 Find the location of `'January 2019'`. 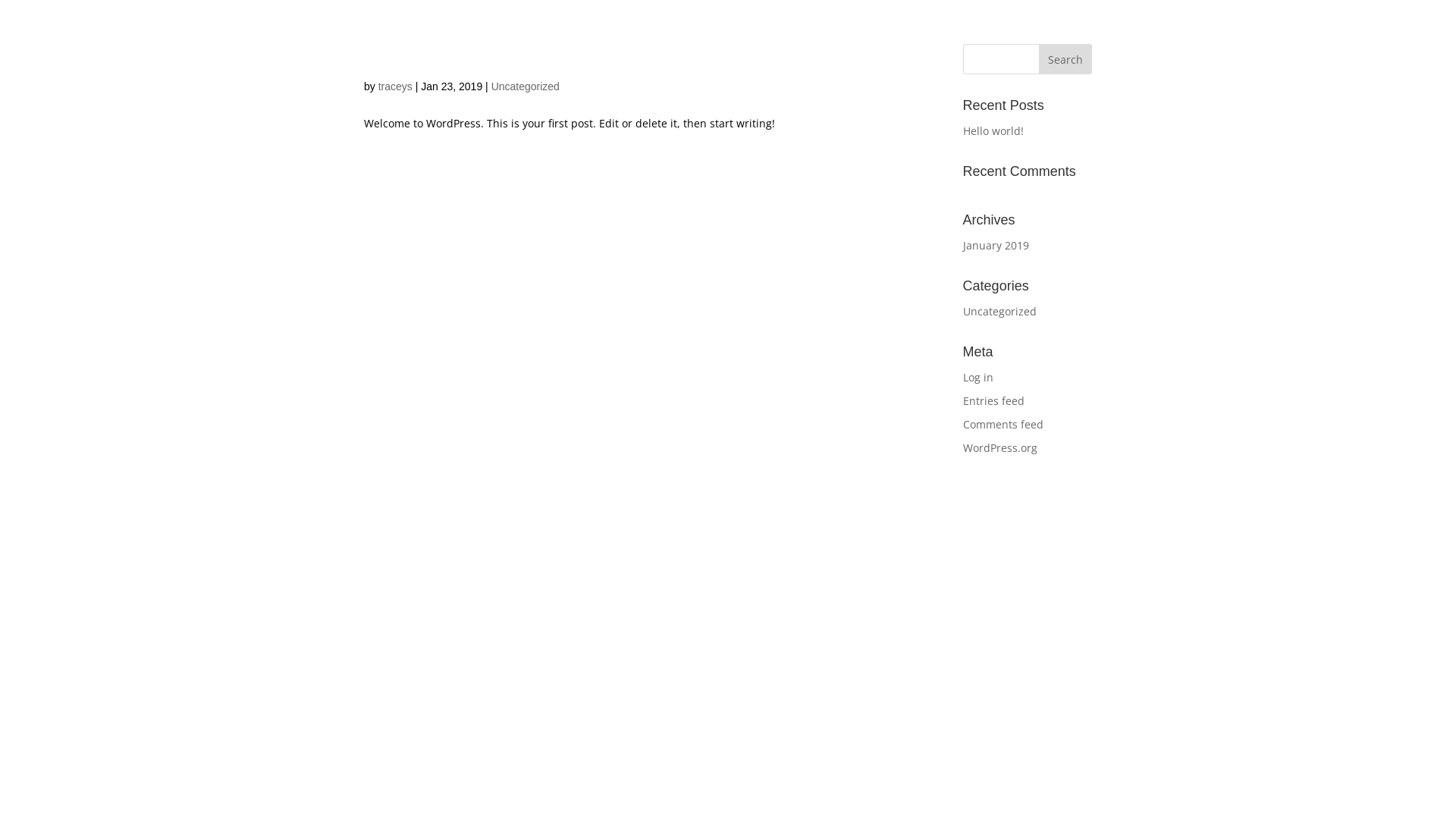

'January 2019' is located at coordinates (996, 244).